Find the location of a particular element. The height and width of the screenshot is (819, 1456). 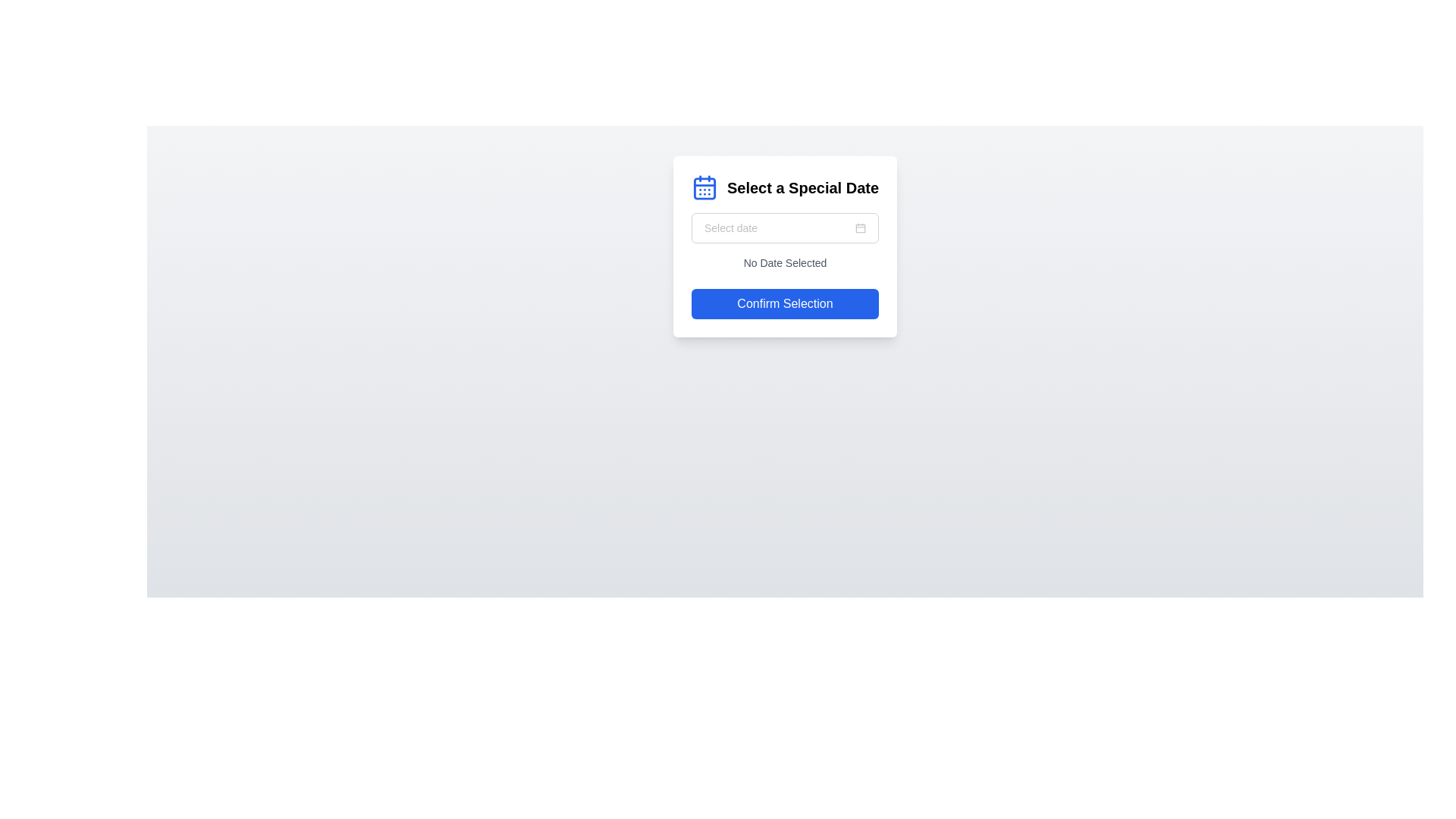

the confirm button located at the bottom of the card with the header 'Select a Special Date' is located at coordinates (785, 304).